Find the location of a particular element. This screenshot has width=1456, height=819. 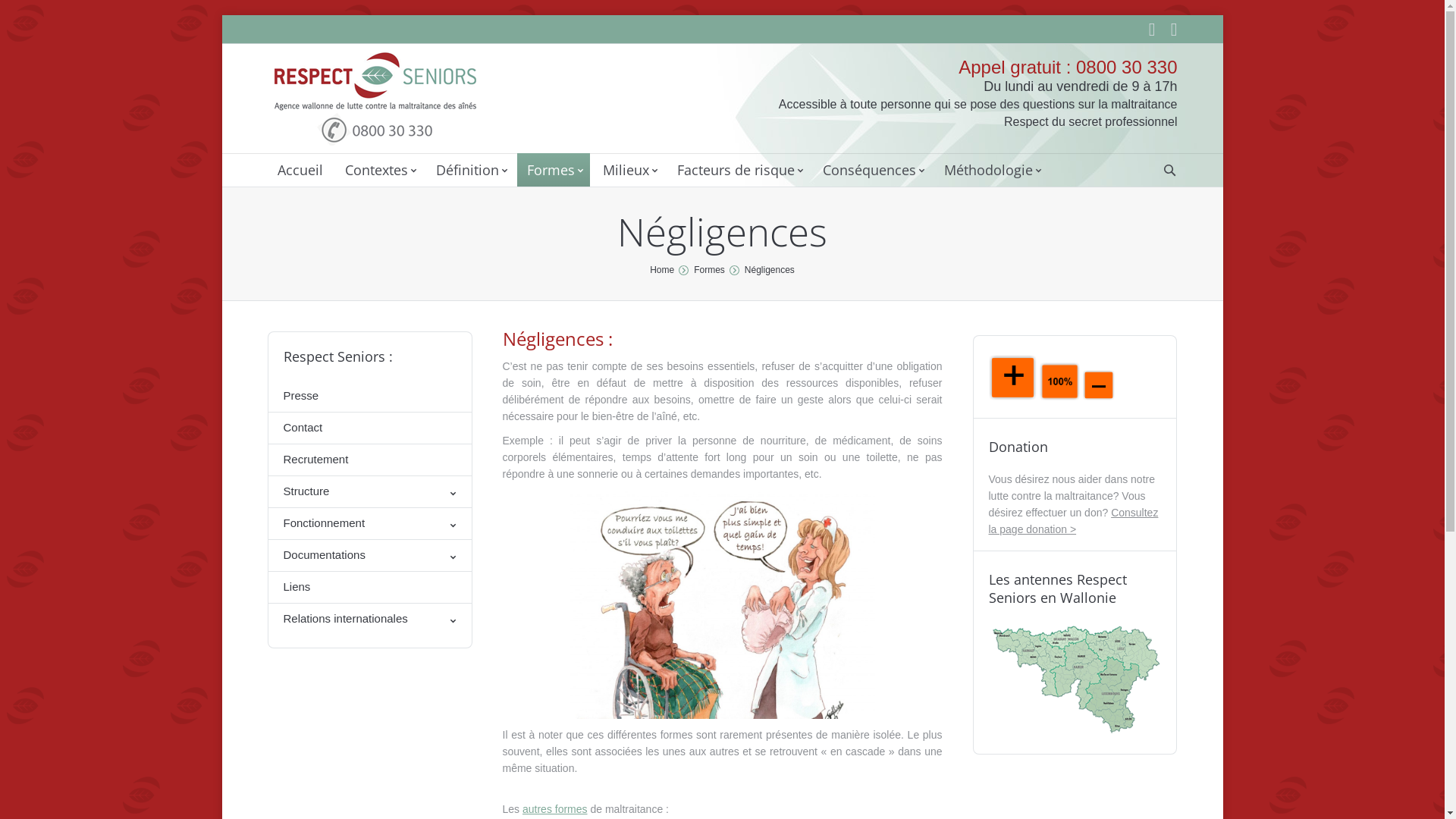

'Liens' is located at coordinates (268, 586).